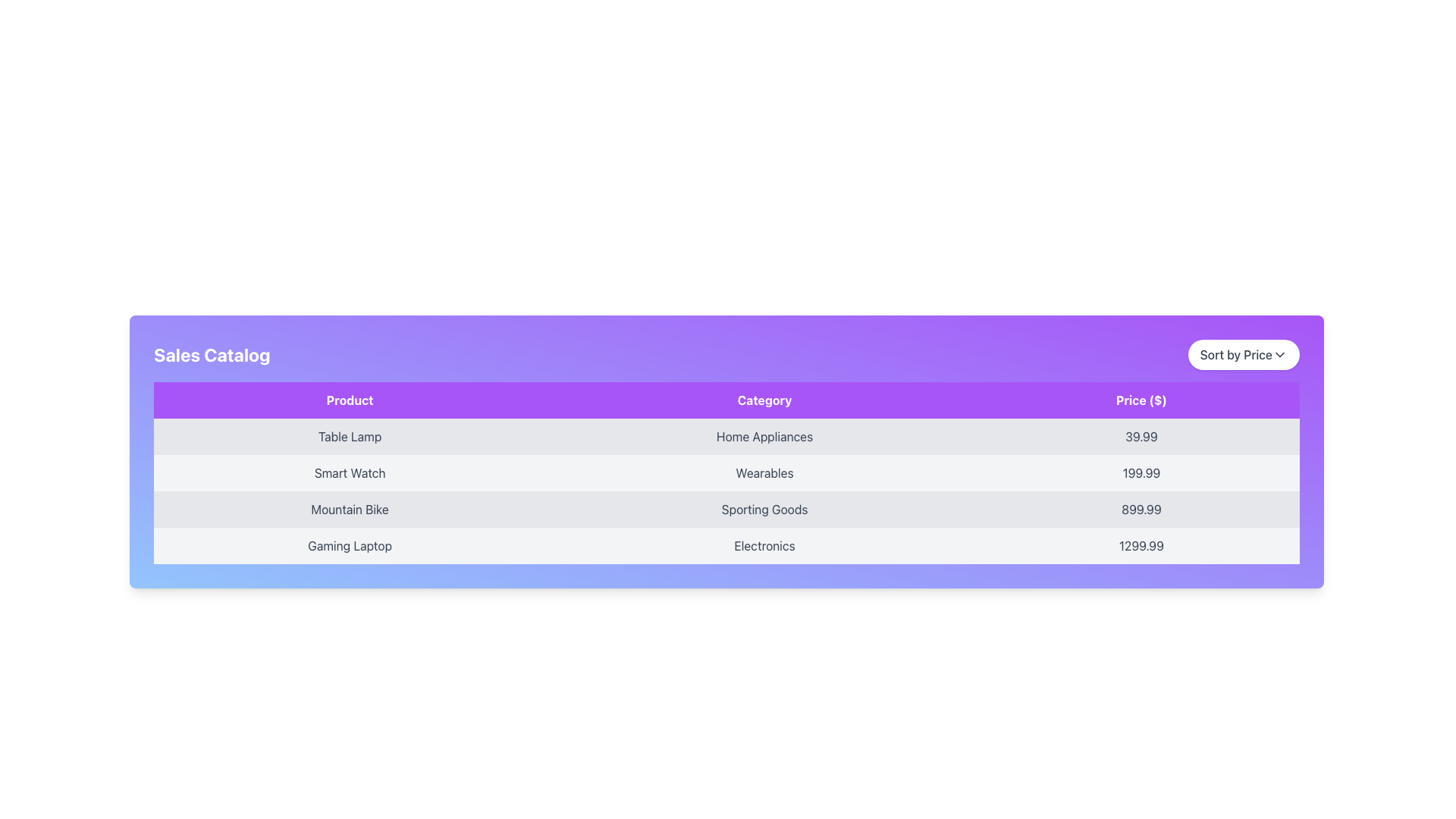  I want to click on the text label displaying the value '899.99' located in the third row of the table under the 'Price ($)' column, so click(1141, 509).